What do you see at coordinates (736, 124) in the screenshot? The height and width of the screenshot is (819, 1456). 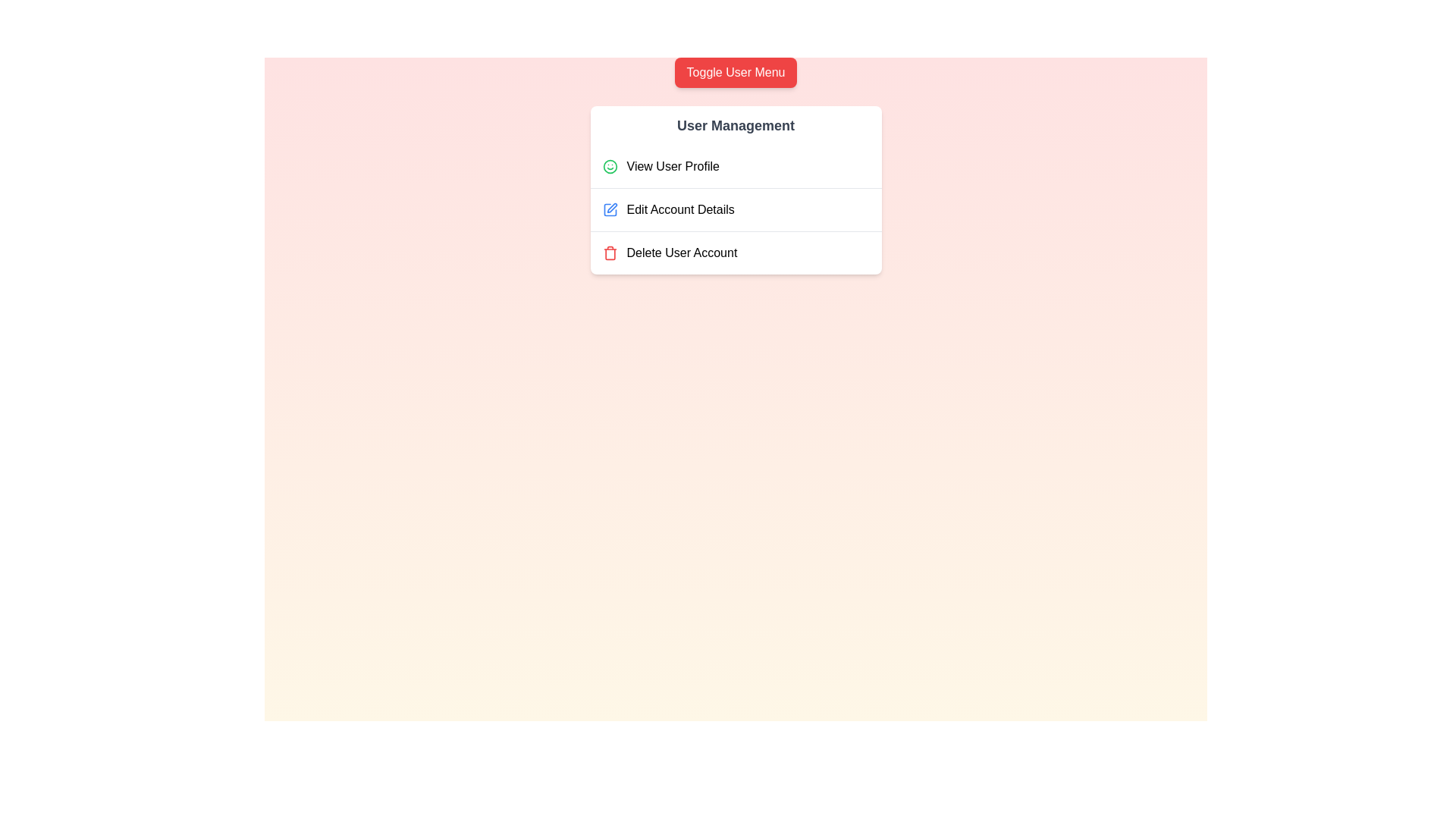 I see `the menu header to interact with it` at bounding box center [736, 124].